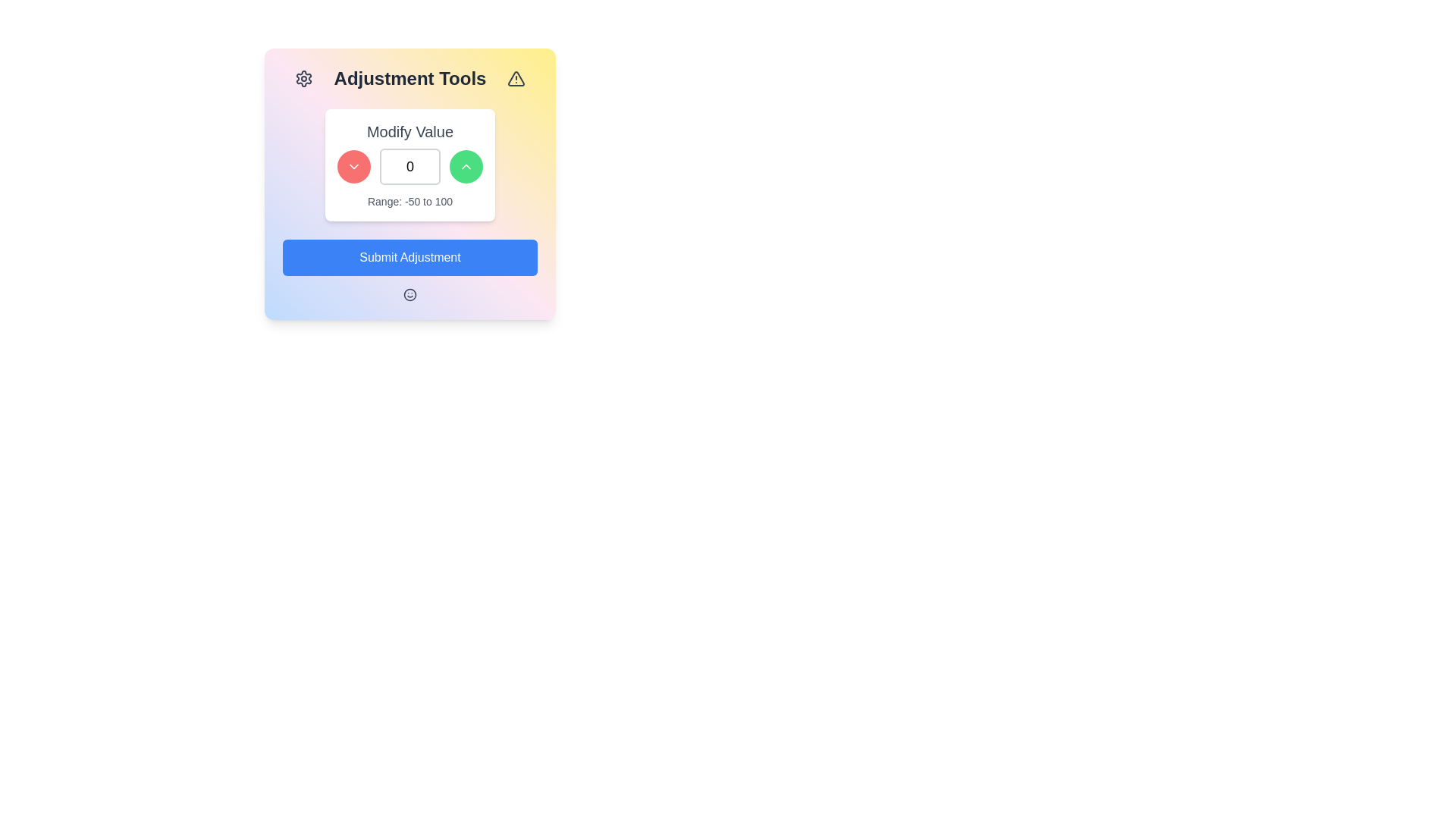 The image size is (1456, 819). What do you see at coordinates (303, 79) in the screenshot?
I see `the gear icon representing settings in the top header bar titled 'Adjustment Tools'` at bounding box center [303, 79].